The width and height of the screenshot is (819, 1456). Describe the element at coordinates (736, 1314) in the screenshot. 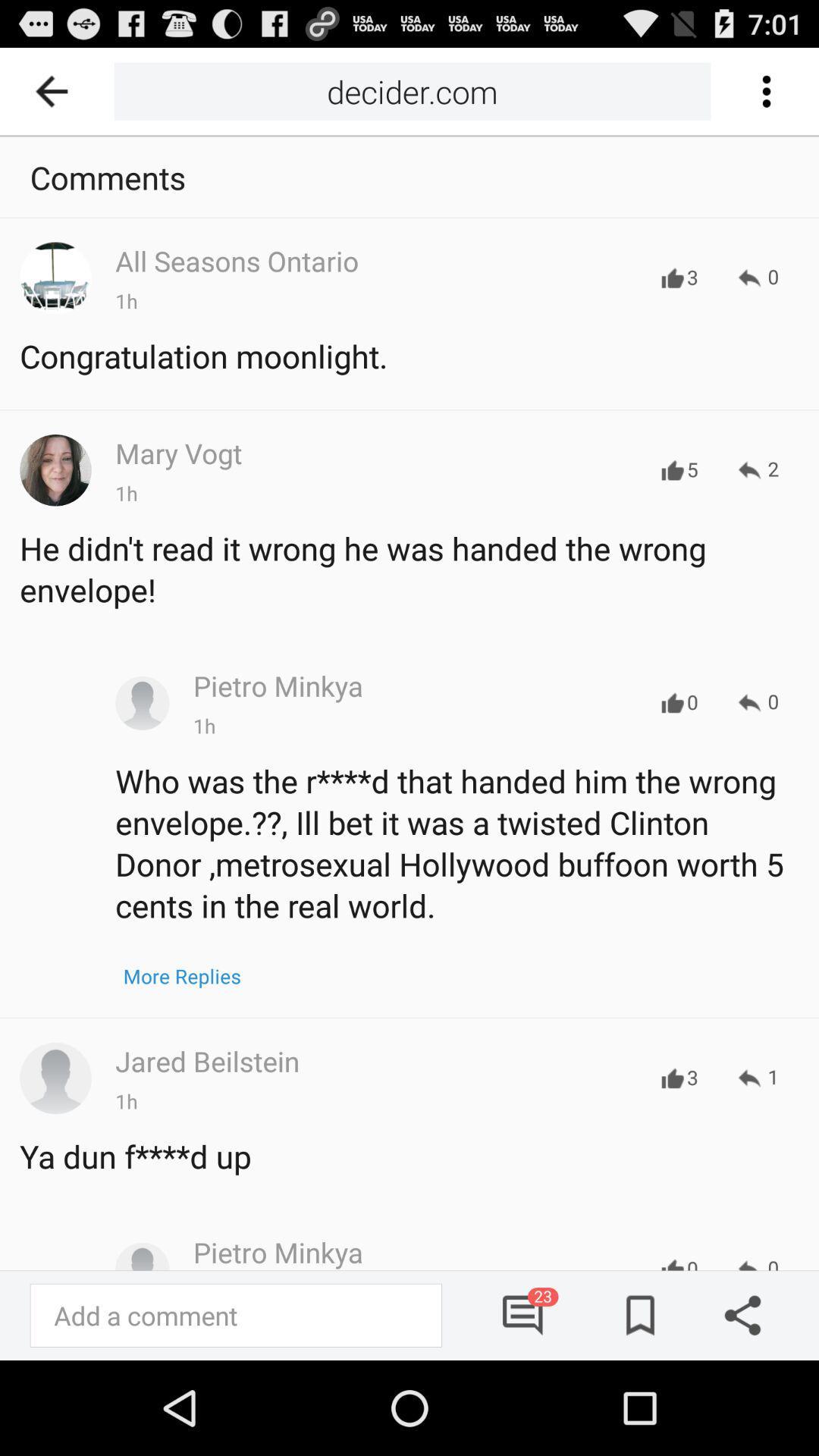

I see `share icon which is at the bottom` at that location.